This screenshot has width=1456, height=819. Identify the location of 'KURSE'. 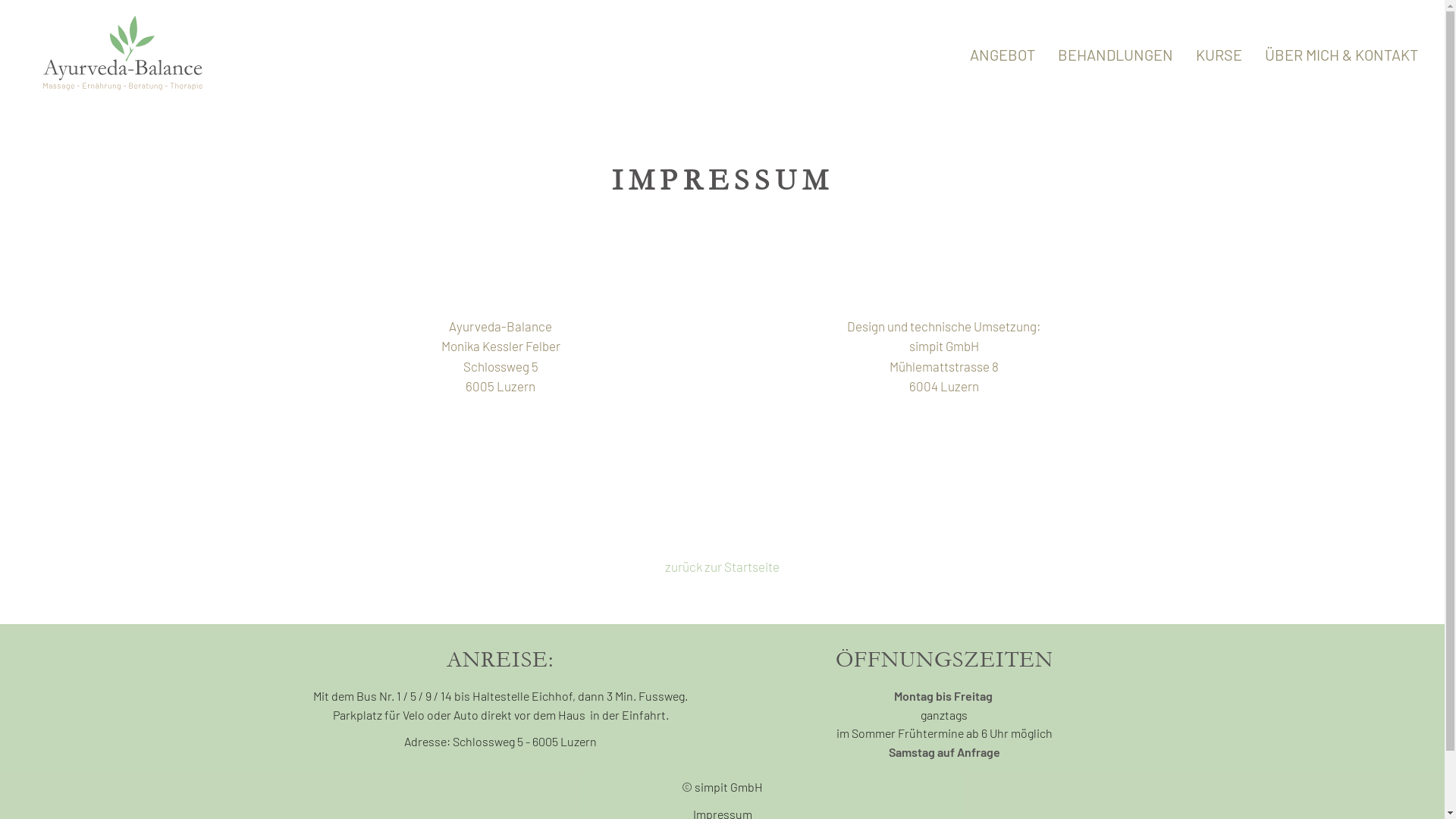
(1219, 55).